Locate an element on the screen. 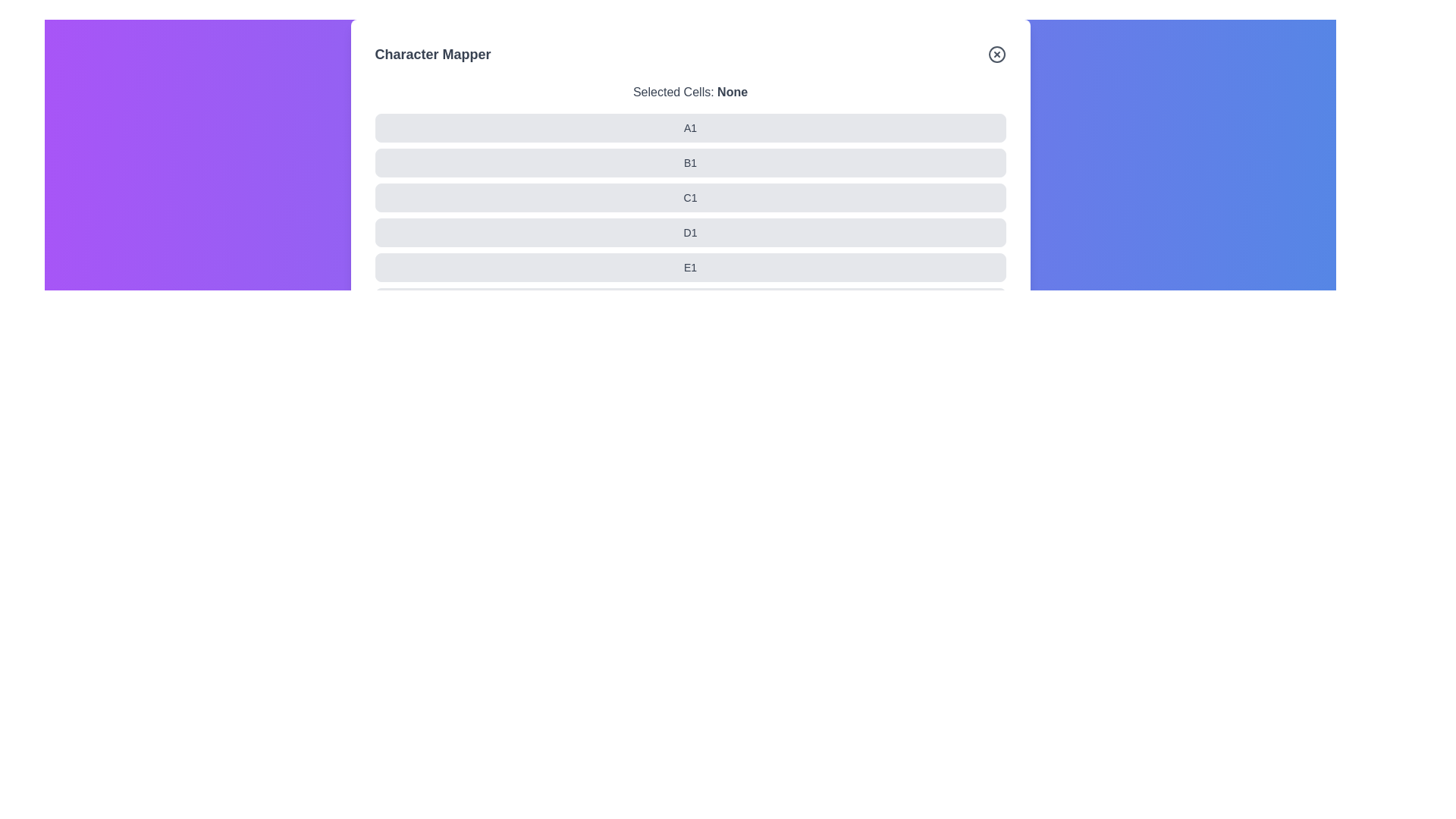 This screenshot has height=819, width=1456. the cell labeled A1 in the grid is located at coordinates (375, 127).